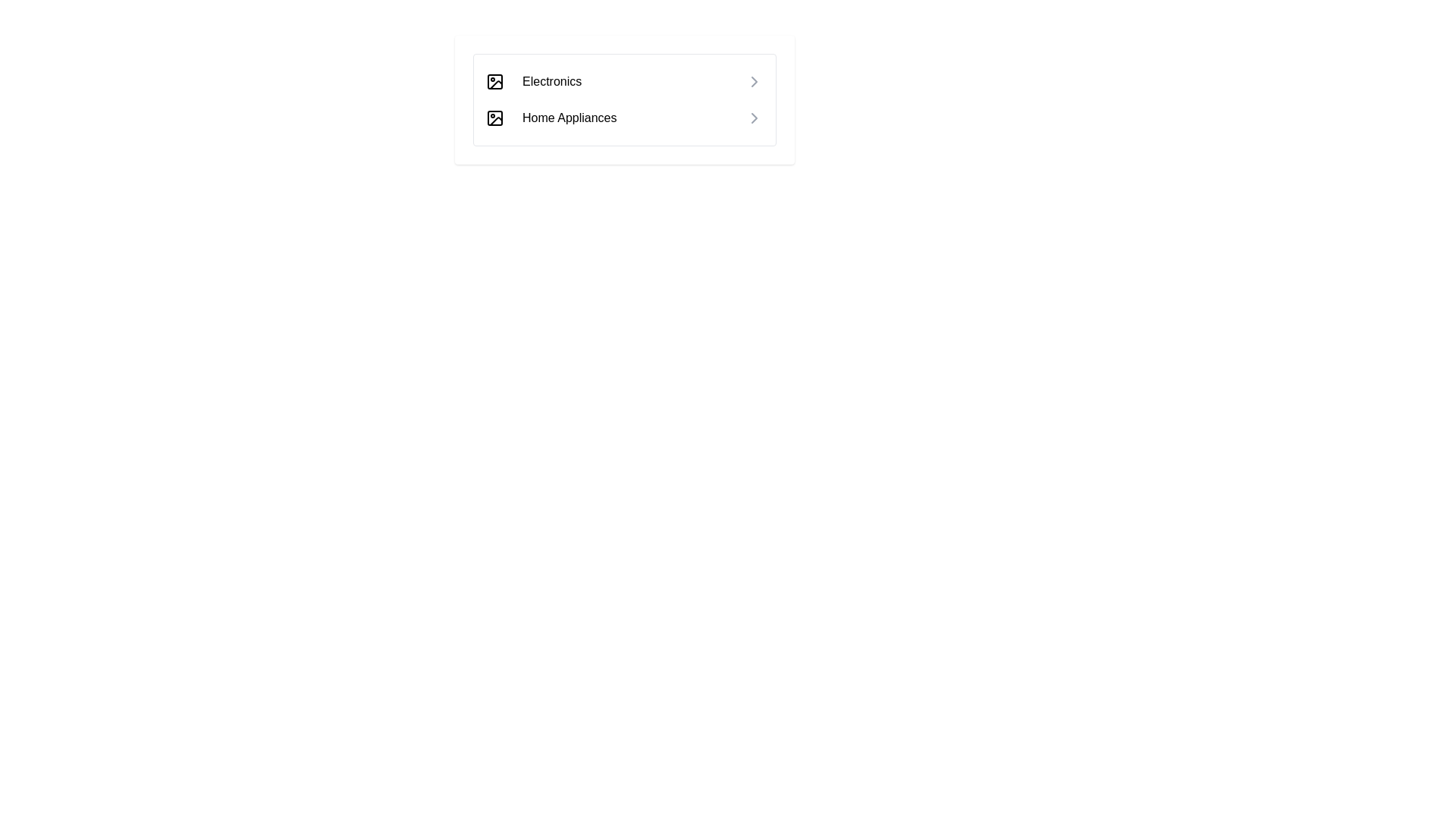 The height and width of the screenshot is (819, 1456). What do you see at coordinates (625, 99) in the screenshot?
I see `the 'Electronics' section of the menu` at bounding box center [625, 99].